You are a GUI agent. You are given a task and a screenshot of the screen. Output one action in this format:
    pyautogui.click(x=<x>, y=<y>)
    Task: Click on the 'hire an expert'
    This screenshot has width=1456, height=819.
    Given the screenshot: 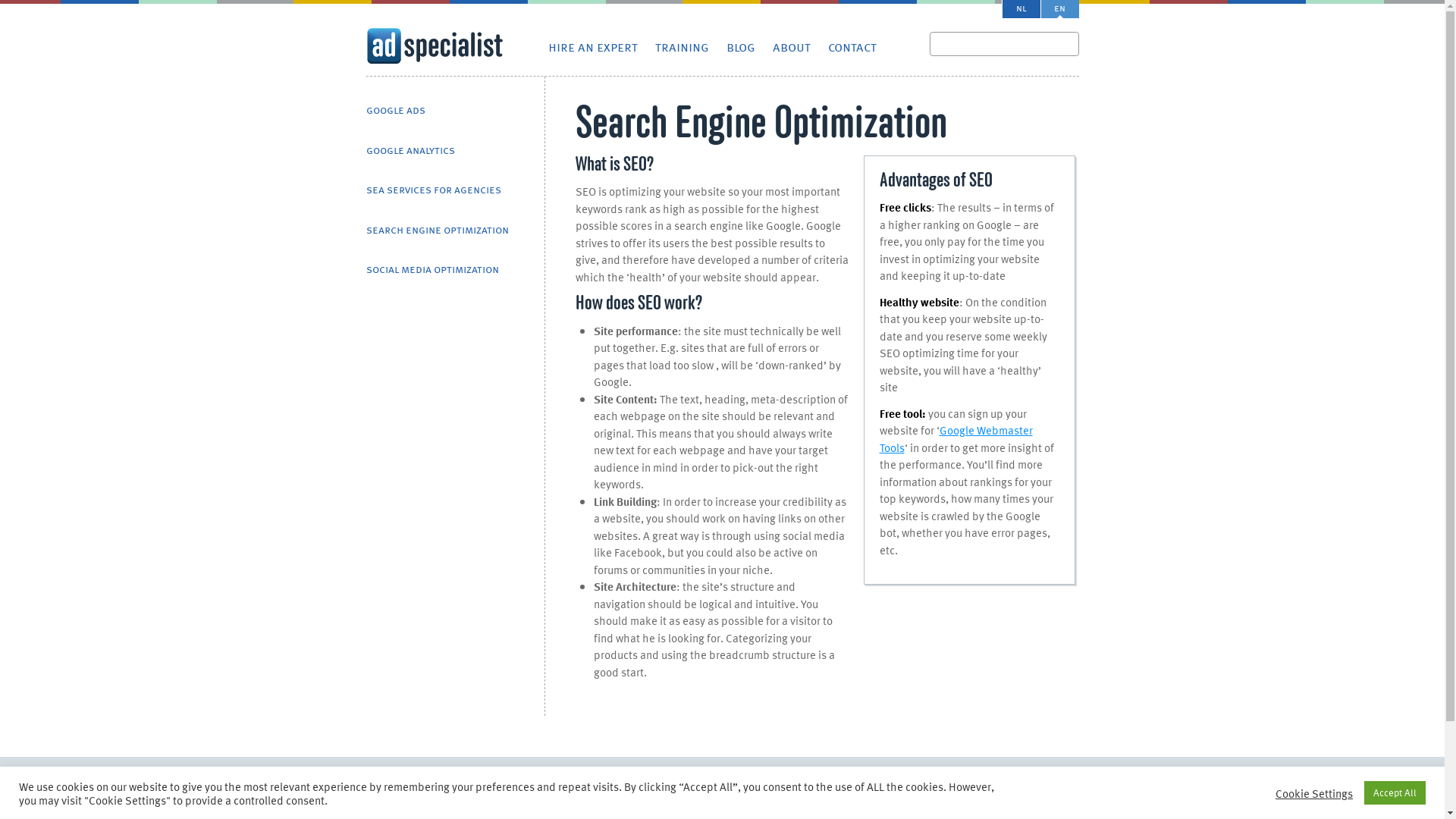 What is the action you would take?
    pyautogui.click(x=546, y=46)
    